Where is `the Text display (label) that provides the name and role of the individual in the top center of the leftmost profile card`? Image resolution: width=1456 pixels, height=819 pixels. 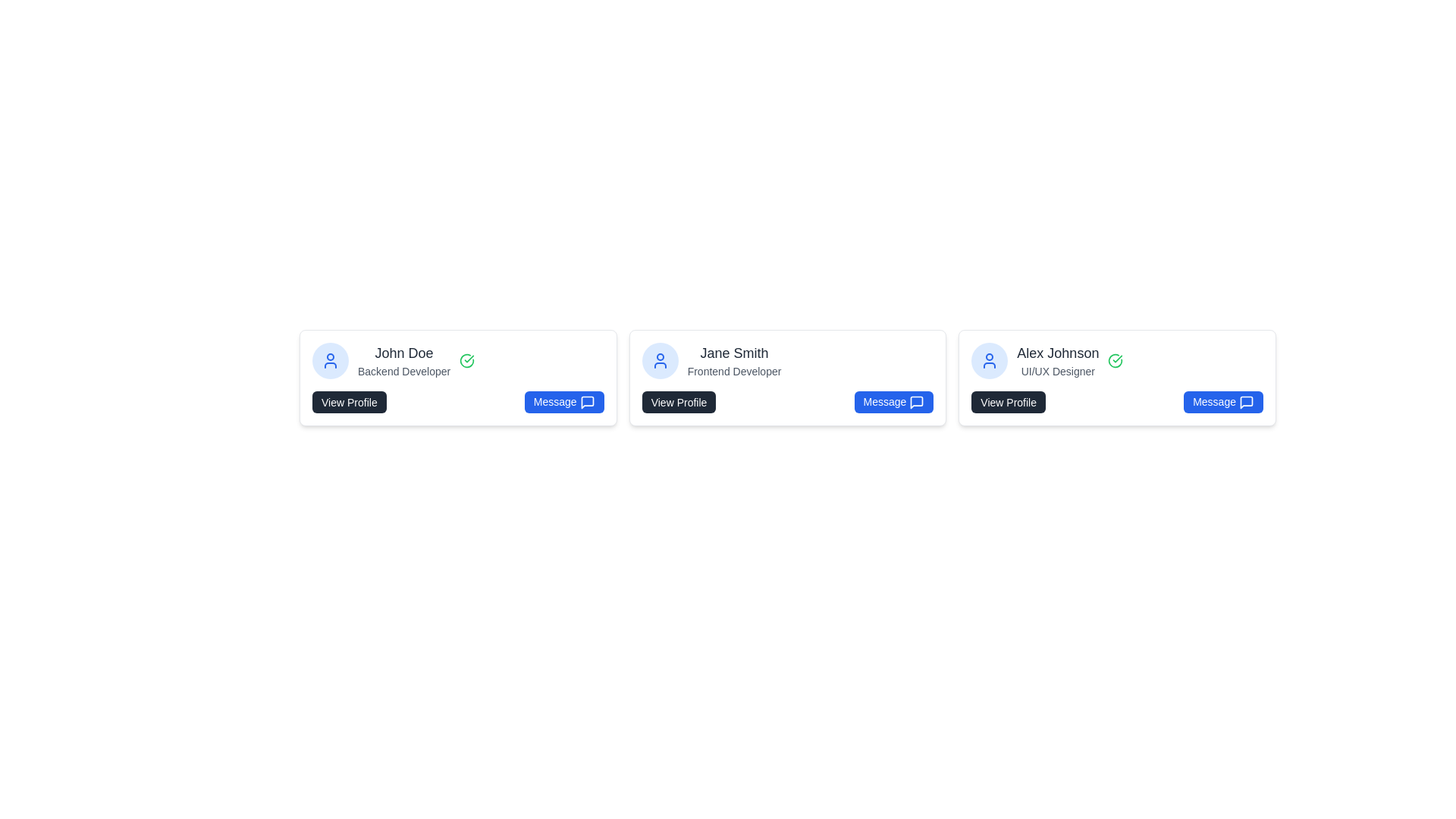 the Text display (label) that provides the name and role of the individual in the top center of the leftmost profile card is located at coordinates (404, 360).